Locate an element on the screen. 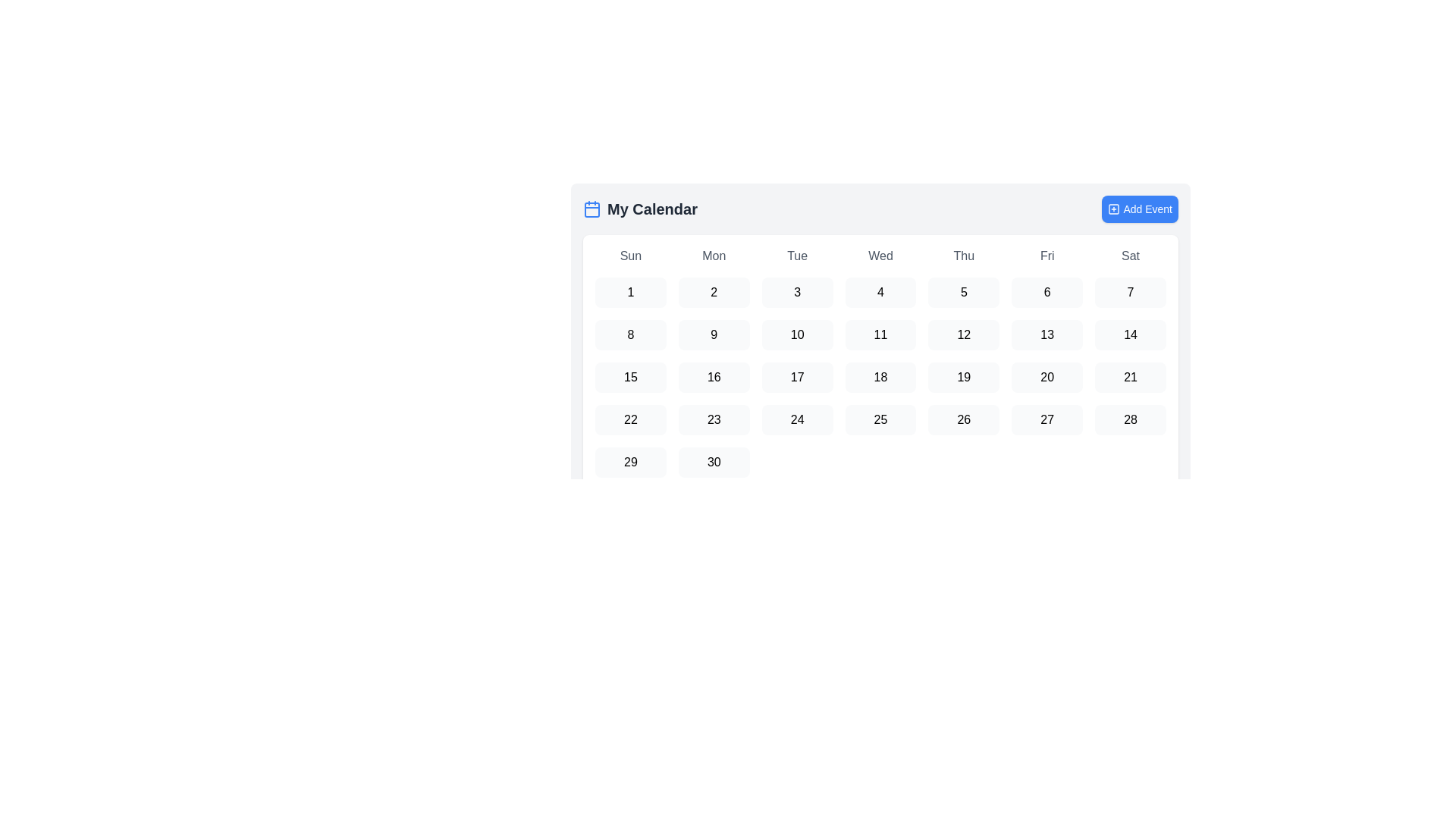 Image resolution: width=1456 pixels, height=819 pixels. the calendar table located beneath the 'My Calendar' title section to navigate through the days of the month is located at coordinates (880, 321).